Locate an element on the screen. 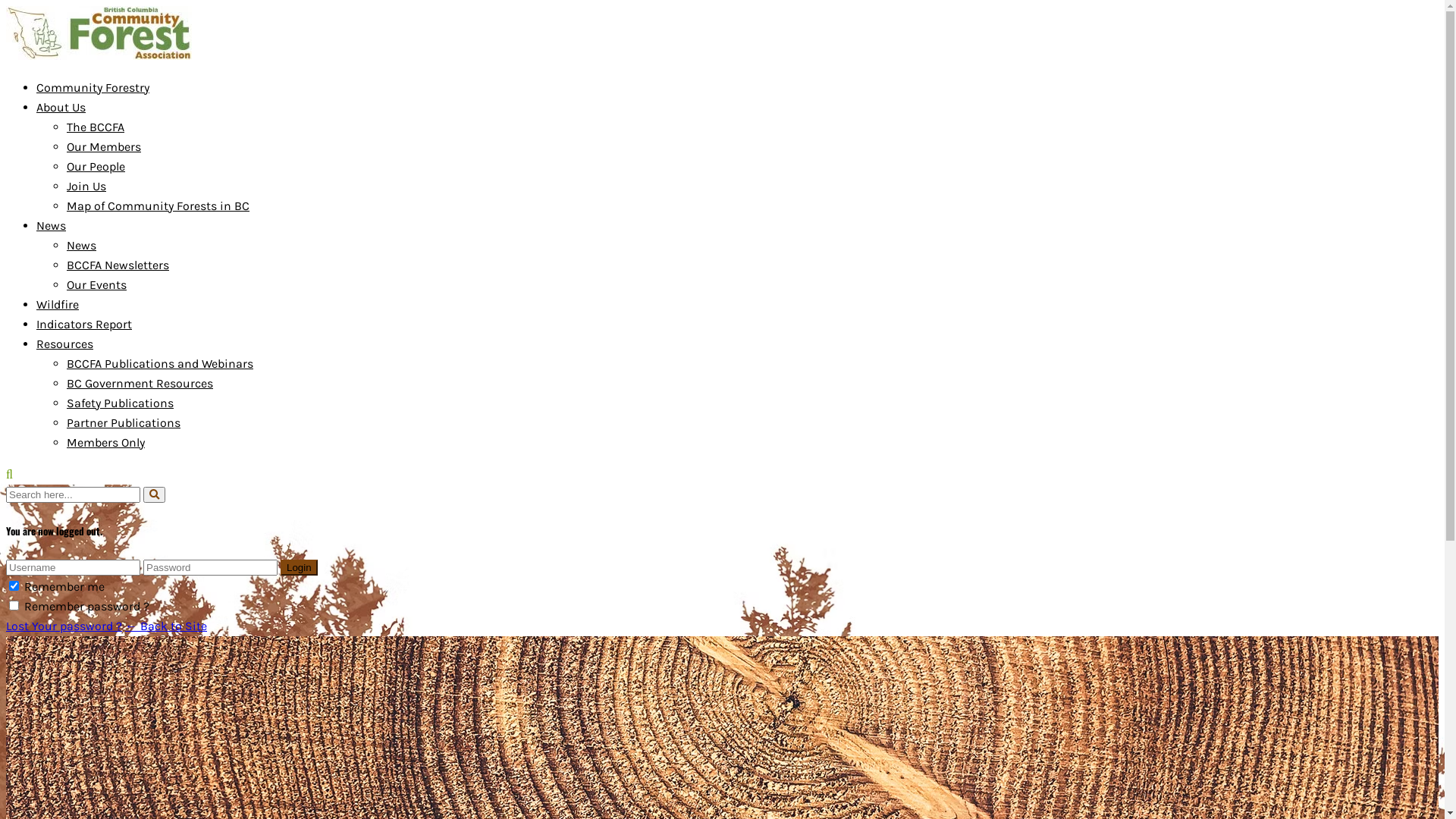  'Wildfire' is located at coordinates (58, 304).